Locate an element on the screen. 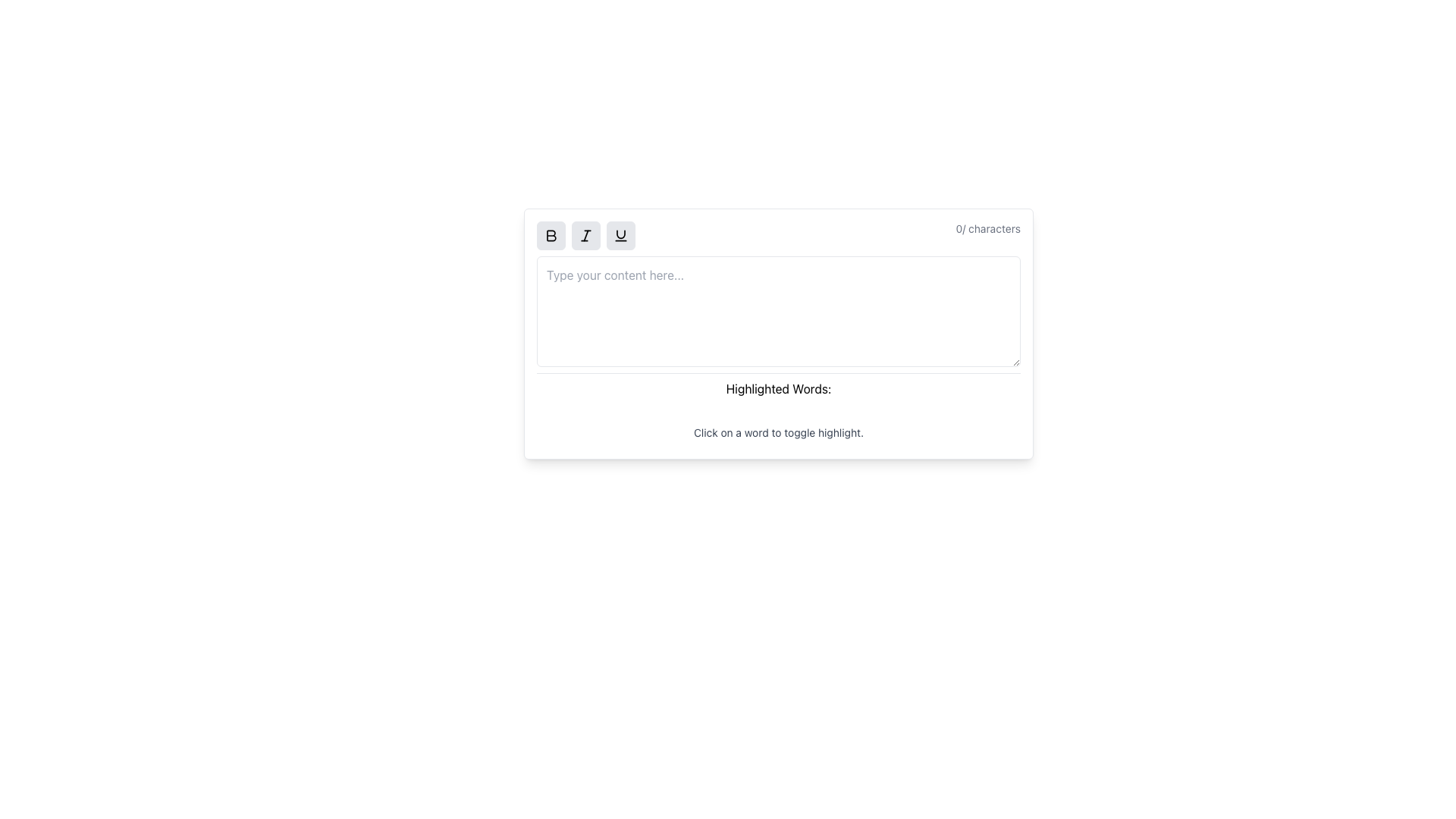 The image size is (1456, 819). the bold formatting button located in the top-left portion of the toolbar is located at coordinates (550, 236).